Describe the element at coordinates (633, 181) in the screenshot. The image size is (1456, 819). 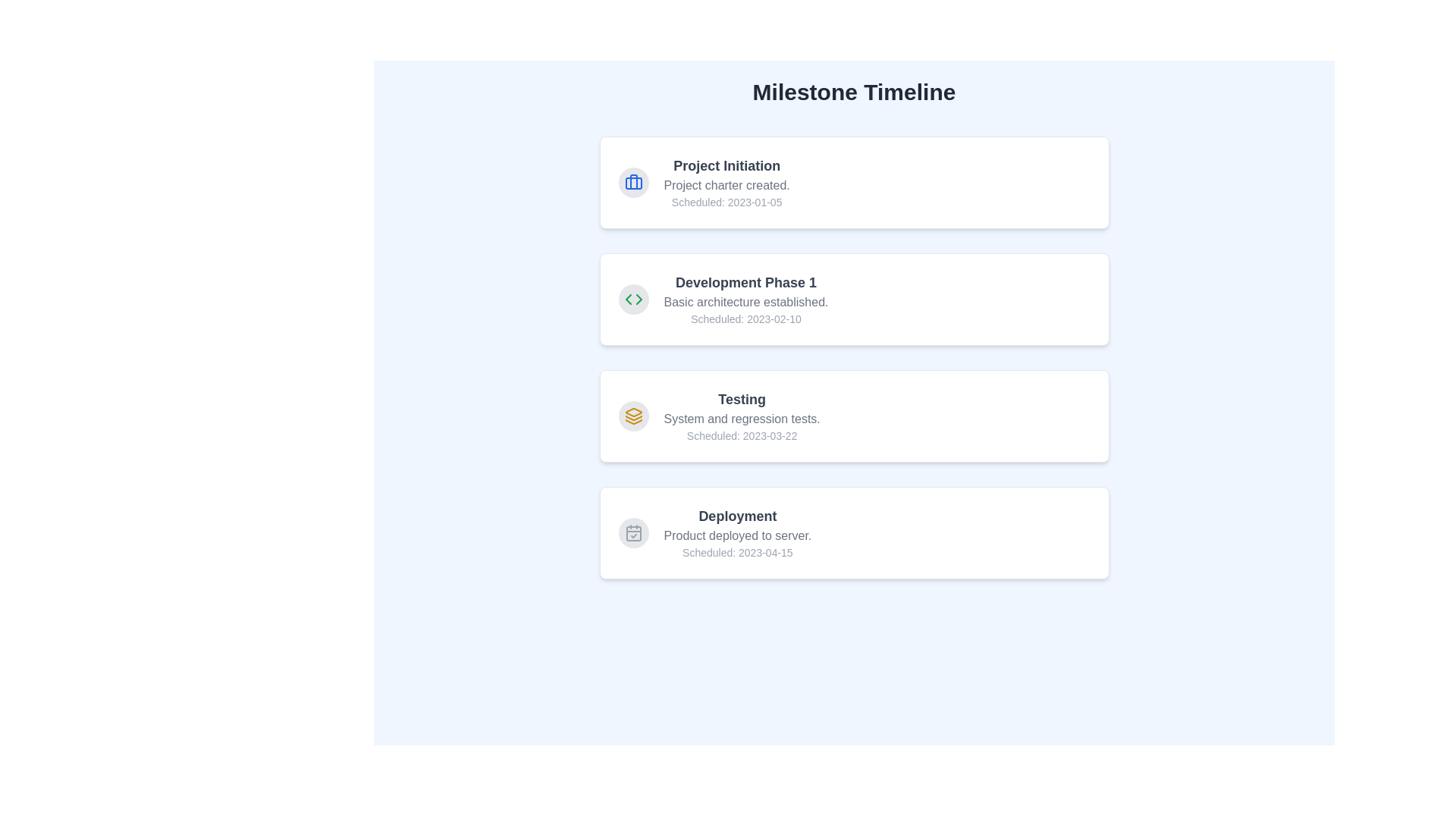
I see `the briefcase icon representing the deployment milestone, located to the left of the 'Deployment' text in the 'Milestone Timeline' section` at that location.